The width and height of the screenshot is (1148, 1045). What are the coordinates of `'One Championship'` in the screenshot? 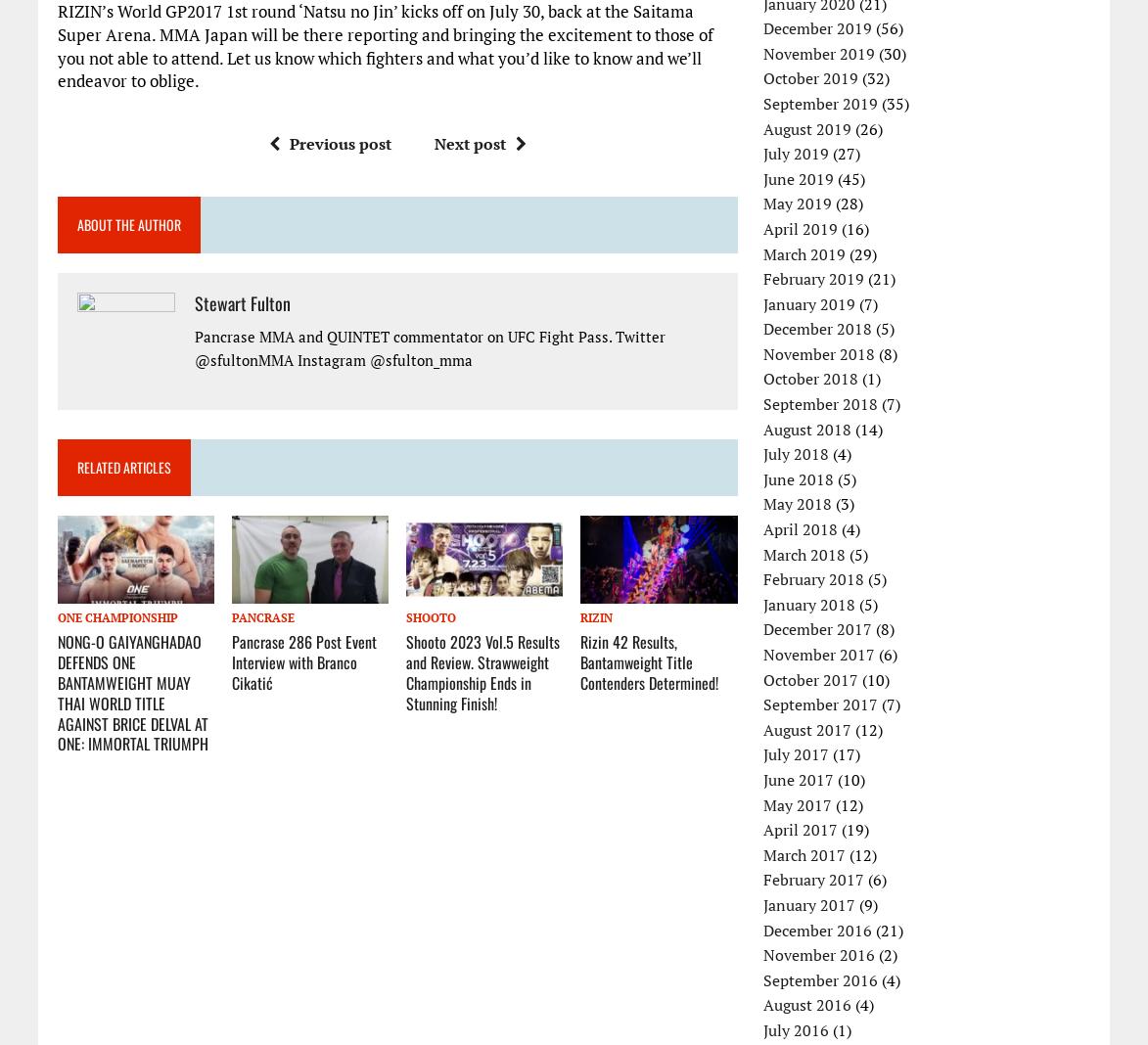 It's located at (116, 616).